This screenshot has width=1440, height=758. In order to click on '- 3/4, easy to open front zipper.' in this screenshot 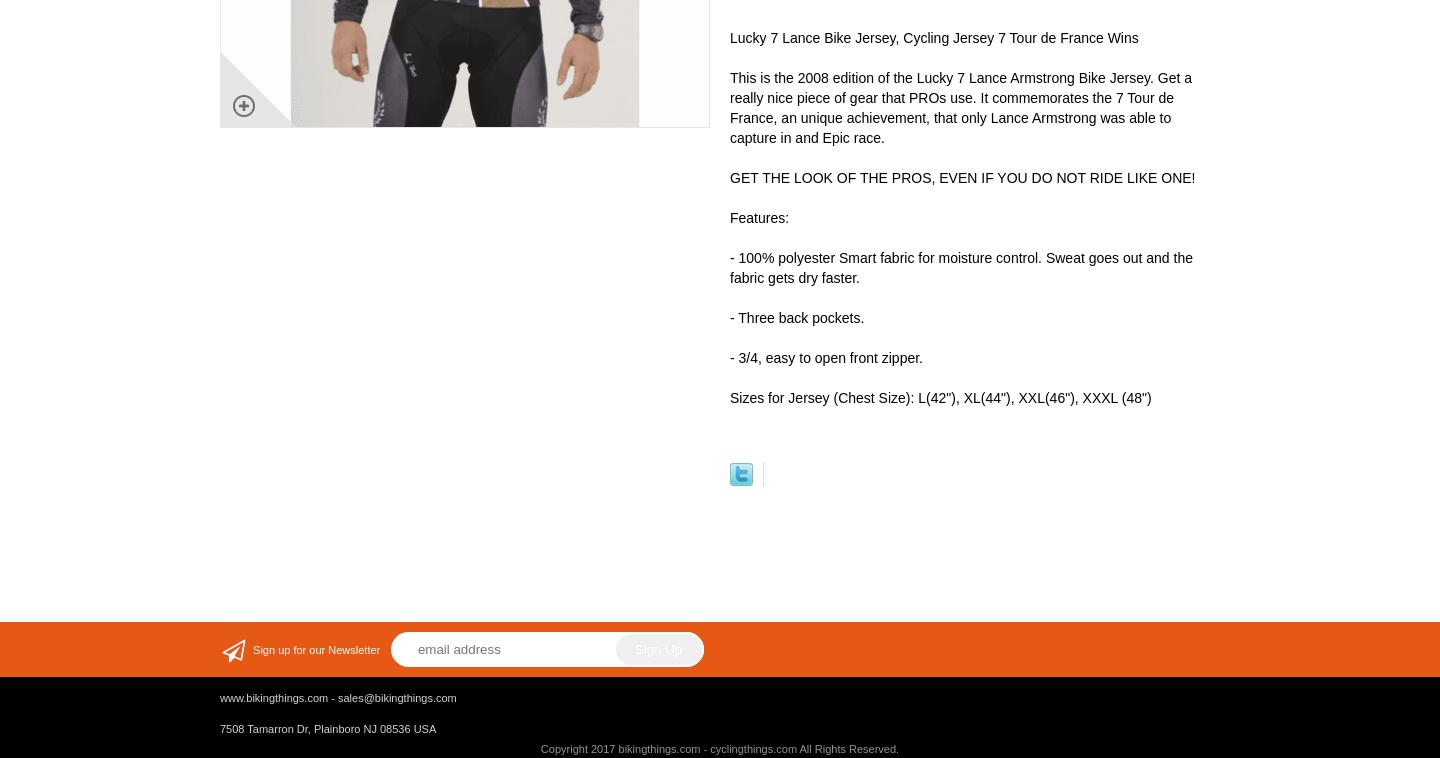, I will do `click(826, 358)`.